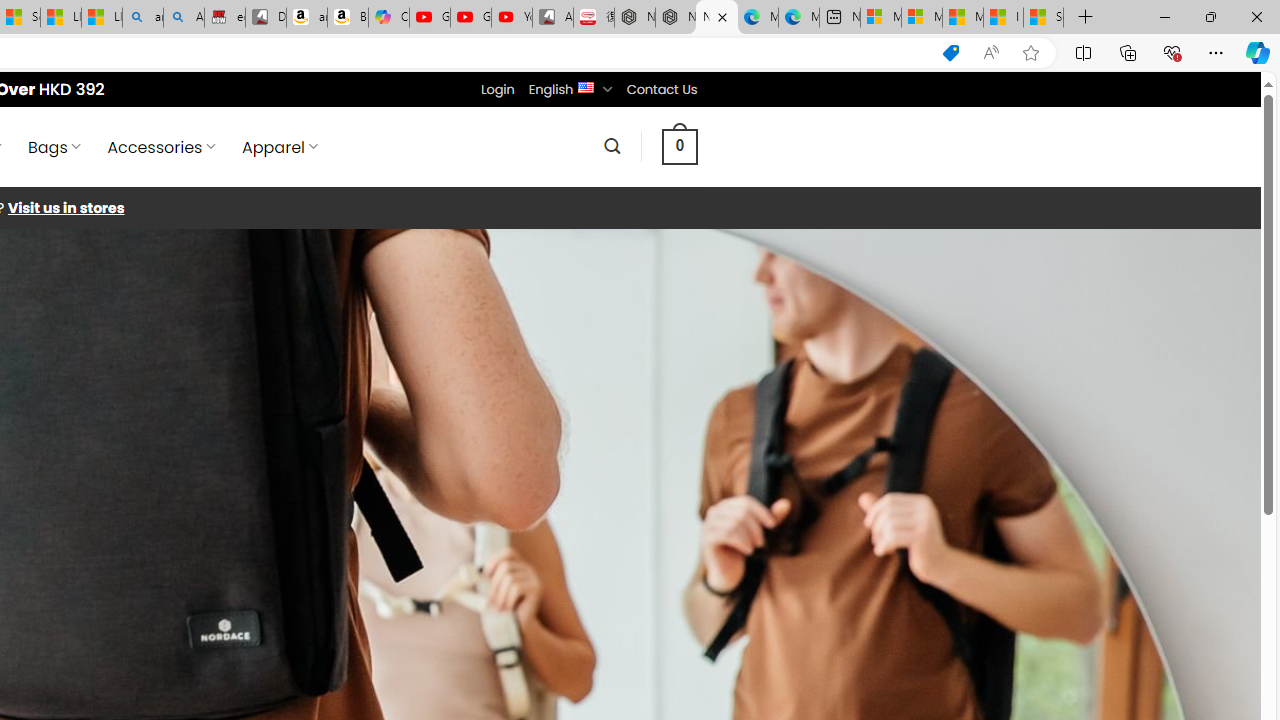 This screenshot has height=720, width=1280. Describe the element at coordinates (921, 17) in the screenshot. I see `'Microsoft account | Privacy'` at that location.